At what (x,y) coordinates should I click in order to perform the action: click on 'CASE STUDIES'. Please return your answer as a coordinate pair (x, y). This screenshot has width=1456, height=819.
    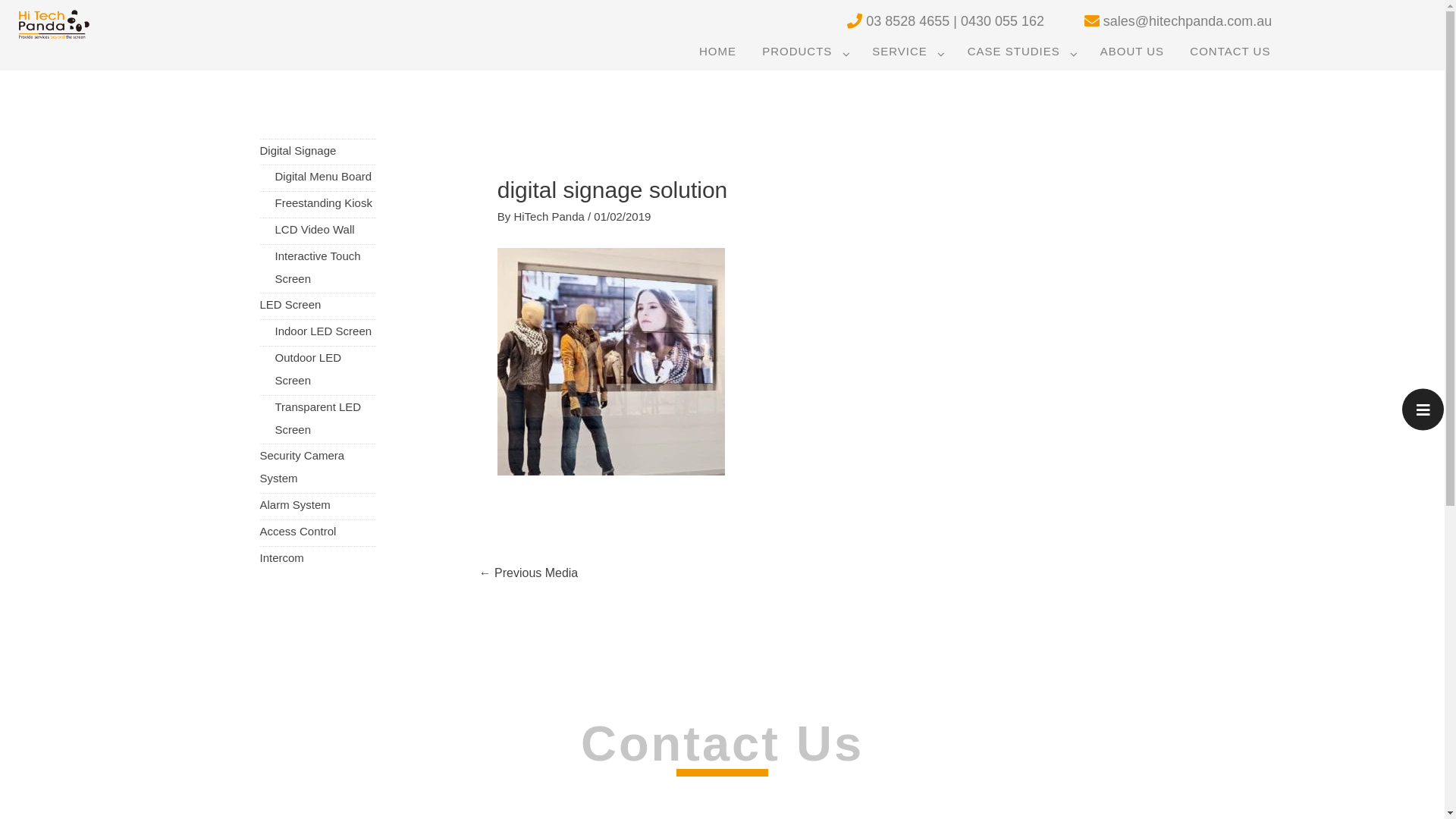
    Looking at the image, I should click on (1021, 51).